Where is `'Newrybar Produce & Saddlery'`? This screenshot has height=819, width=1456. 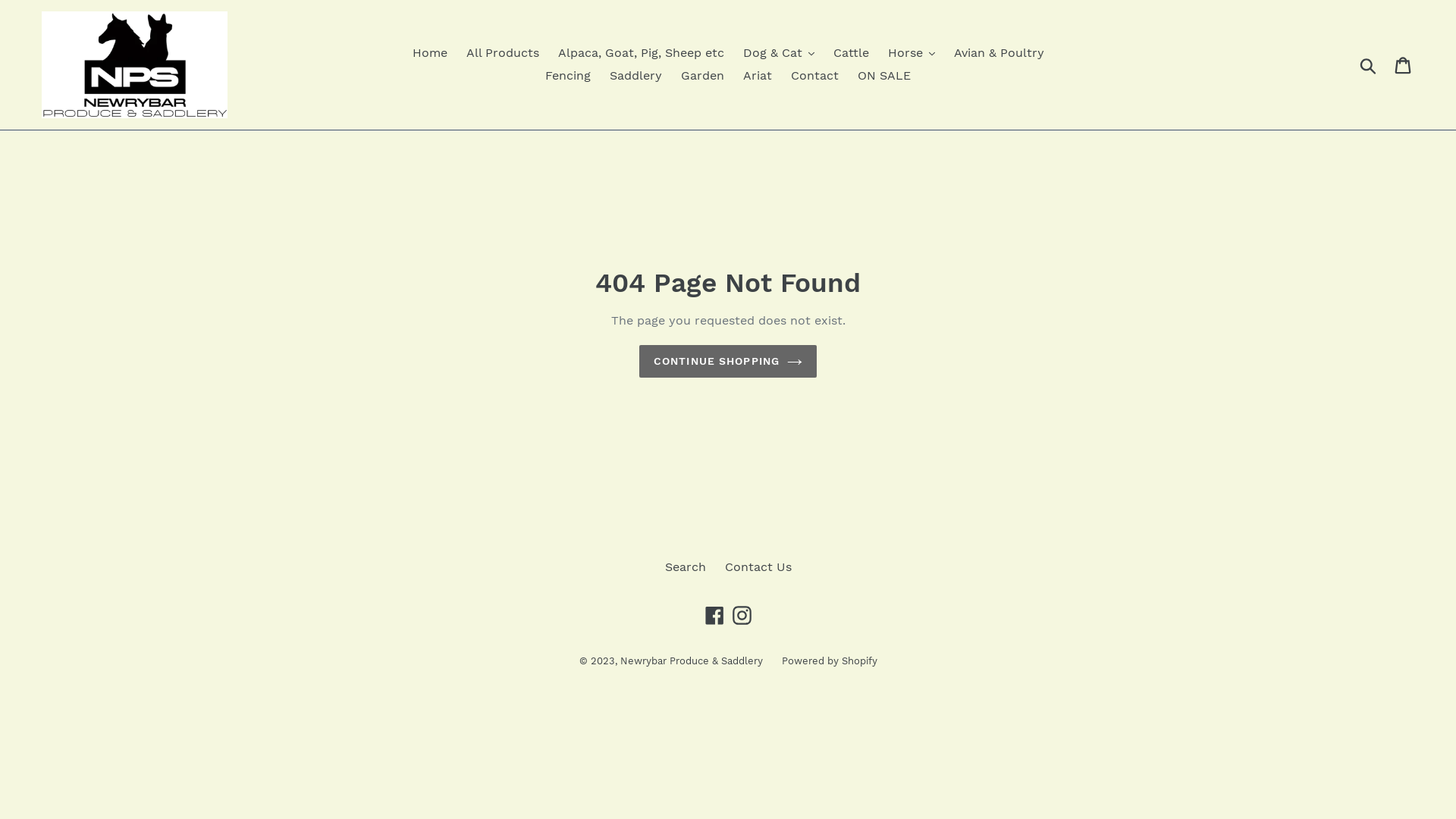
'Newrybar Produce & Saddlery' is located at coordinates (691, 660).